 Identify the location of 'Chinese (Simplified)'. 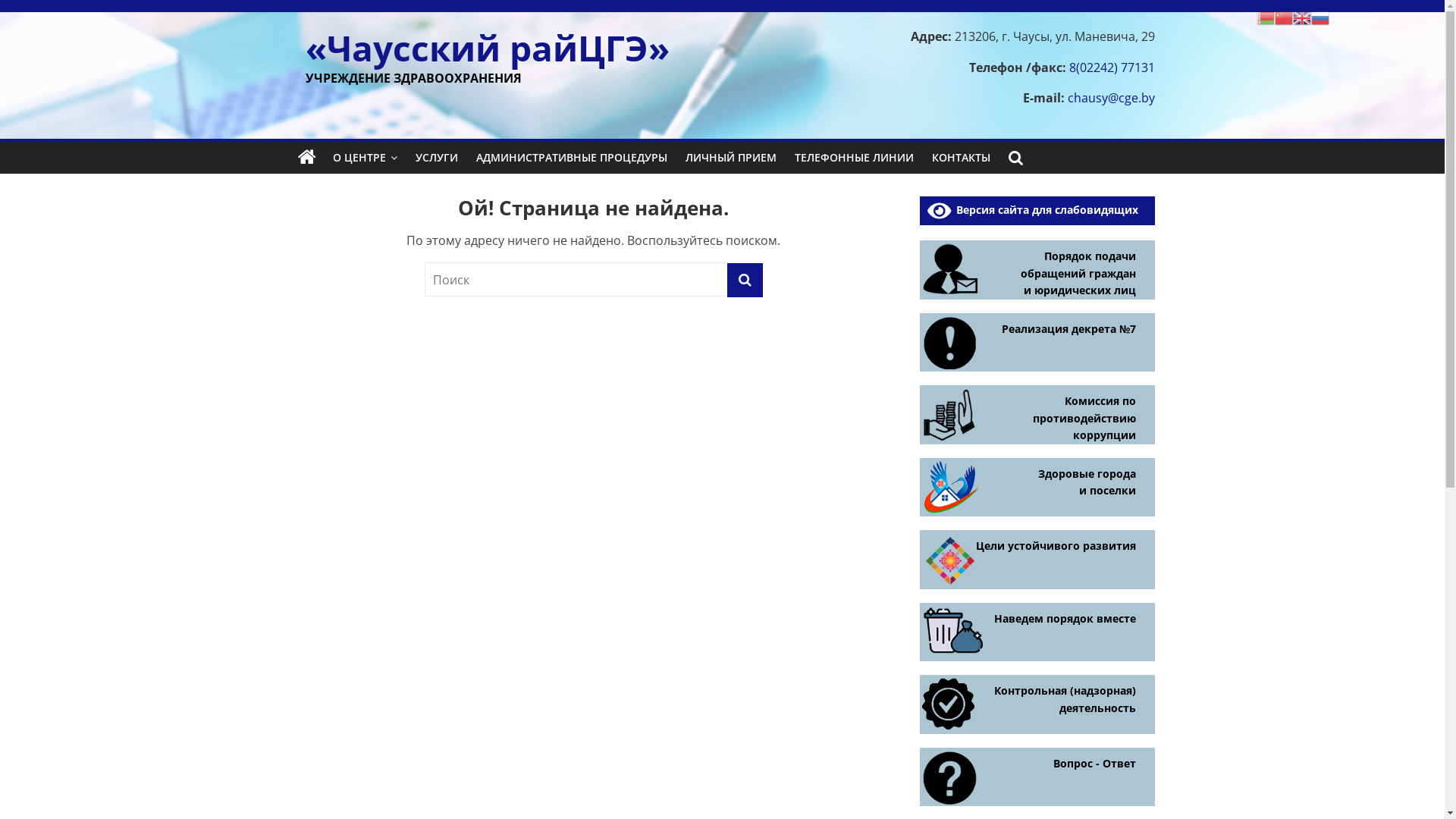
(1283, 17).